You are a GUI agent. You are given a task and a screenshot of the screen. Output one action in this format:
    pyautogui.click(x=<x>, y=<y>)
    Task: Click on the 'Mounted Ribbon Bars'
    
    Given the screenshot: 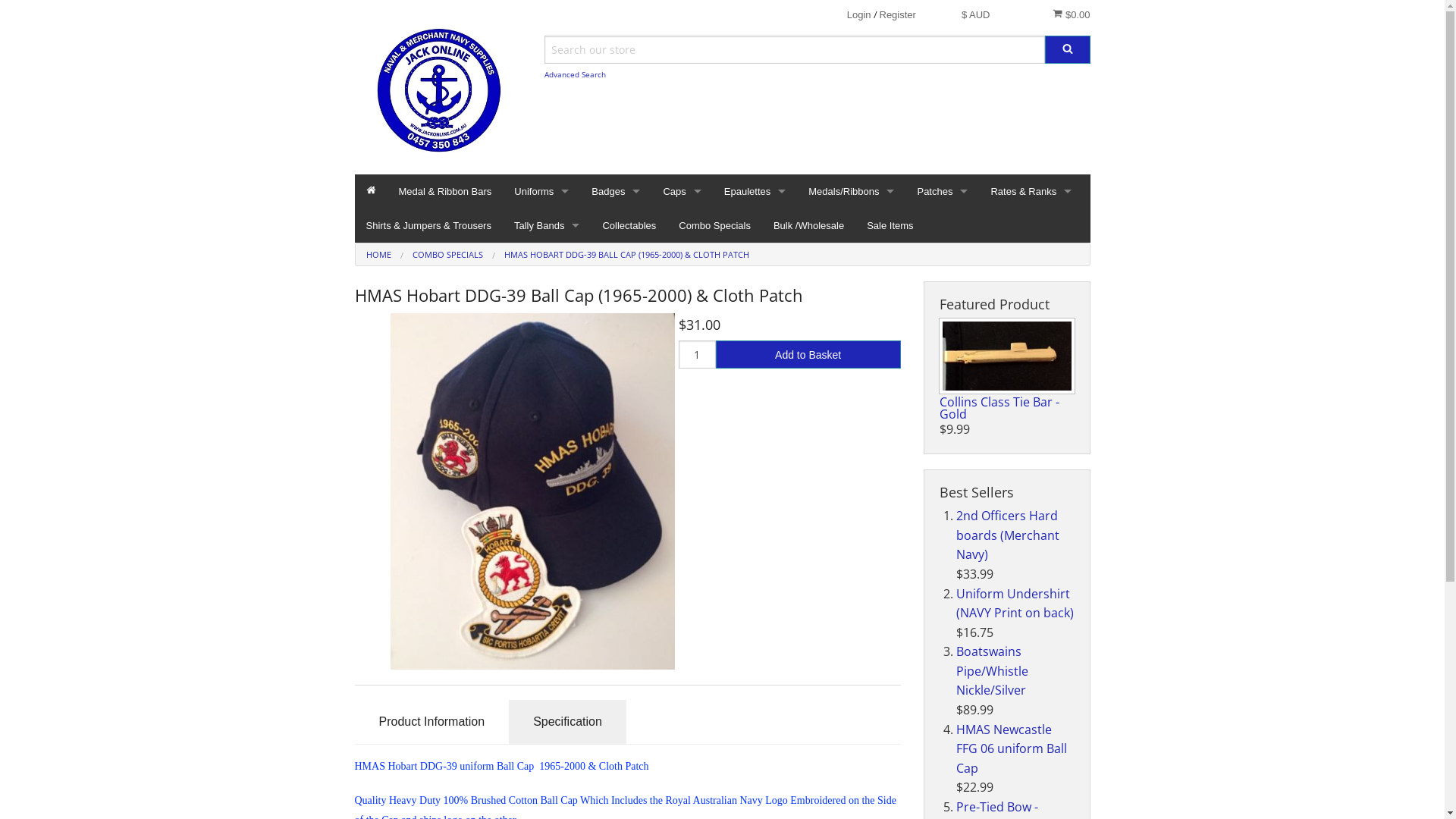 What is the action you would take?
    pyautogui.click(x=851, y=380)
    